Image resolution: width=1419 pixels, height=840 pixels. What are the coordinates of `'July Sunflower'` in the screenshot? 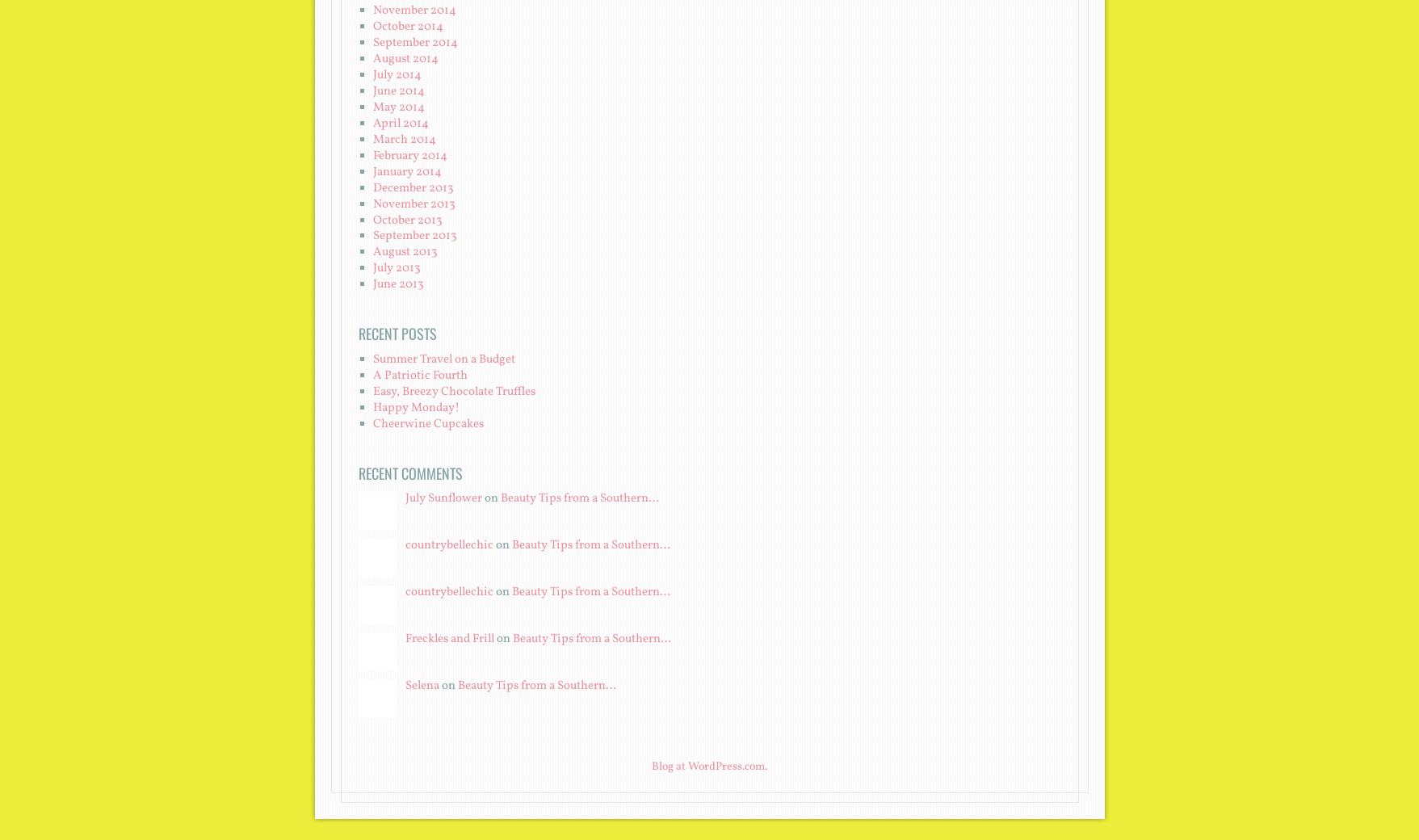 It's located at (443, 498).